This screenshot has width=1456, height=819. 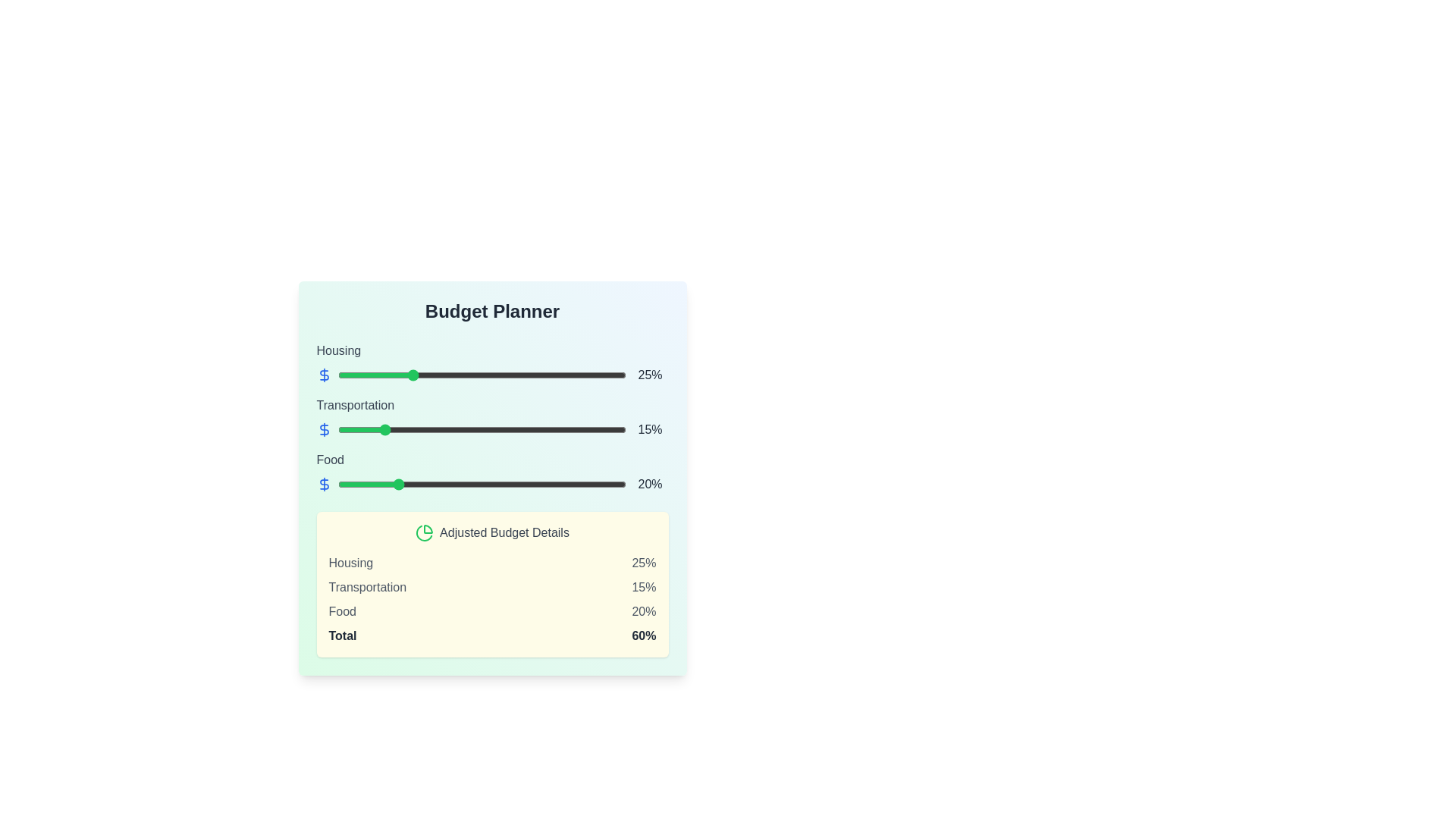 What do you see at coordinates (602, 430) in the screenshot?
I see `transportation budget percentage` at bounding box center [602, 430].